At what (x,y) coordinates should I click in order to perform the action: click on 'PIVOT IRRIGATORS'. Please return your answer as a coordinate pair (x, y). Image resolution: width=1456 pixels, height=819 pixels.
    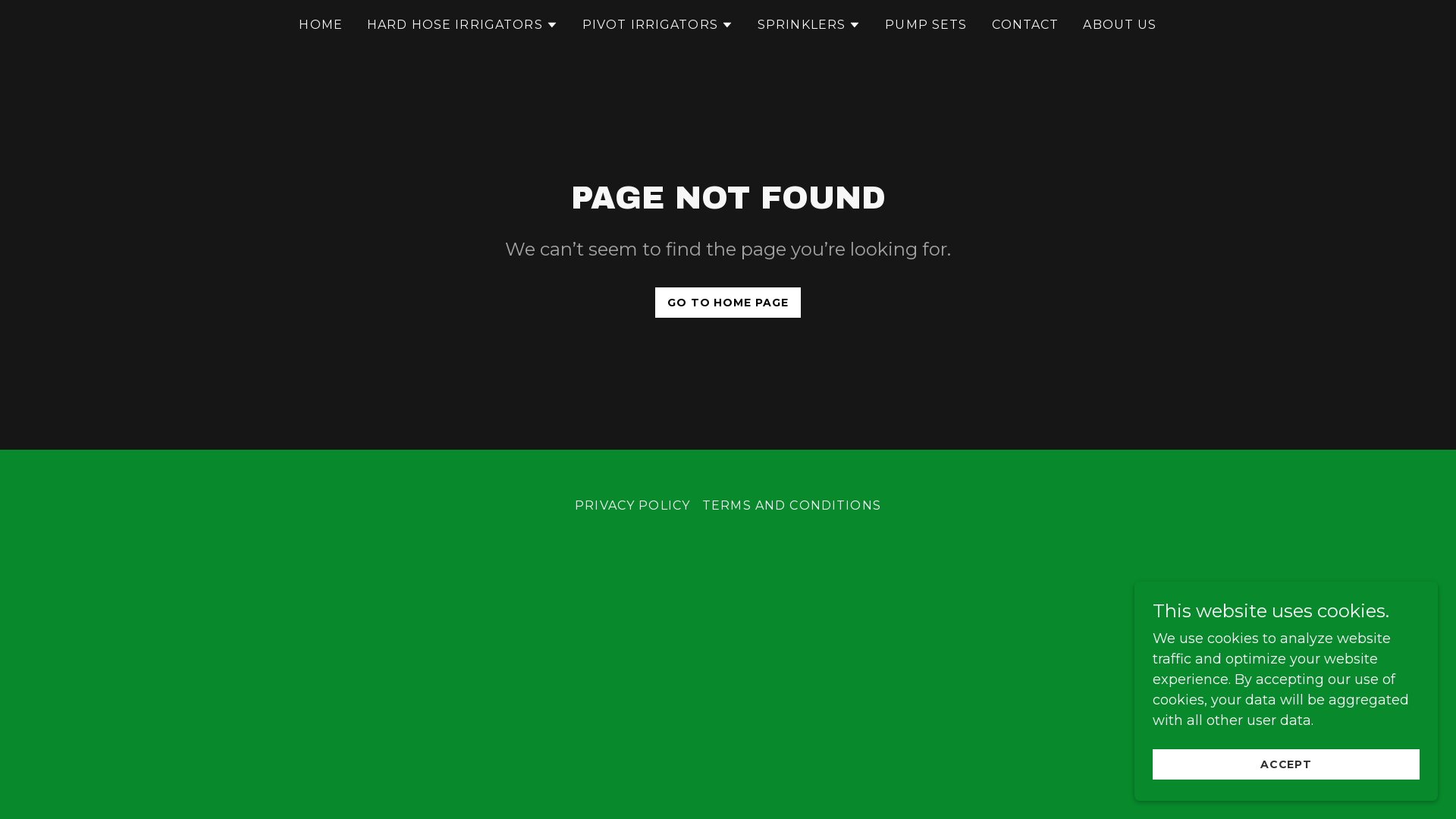
    Looking at the image, I should click on (582, 25).